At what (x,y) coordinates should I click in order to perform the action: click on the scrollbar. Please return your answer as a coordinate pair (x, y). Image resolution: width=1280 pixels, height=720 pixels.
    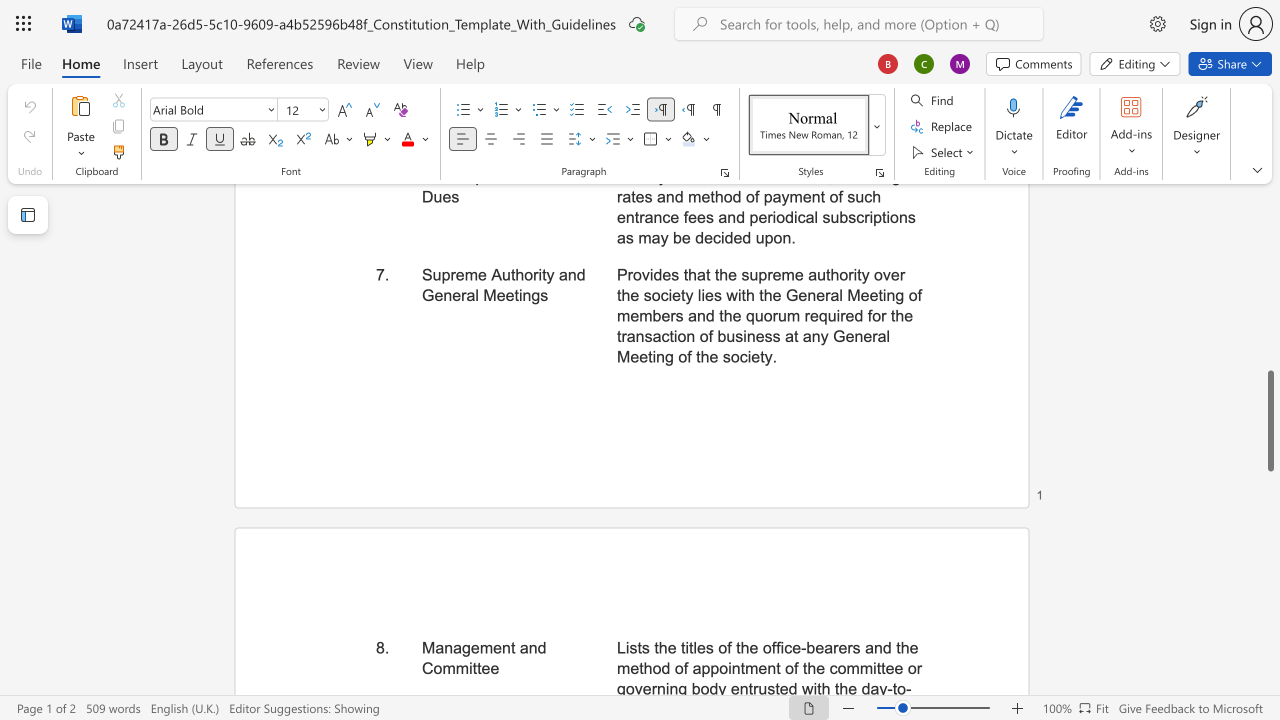
    Looking at the image, I should click on (1269, 338).